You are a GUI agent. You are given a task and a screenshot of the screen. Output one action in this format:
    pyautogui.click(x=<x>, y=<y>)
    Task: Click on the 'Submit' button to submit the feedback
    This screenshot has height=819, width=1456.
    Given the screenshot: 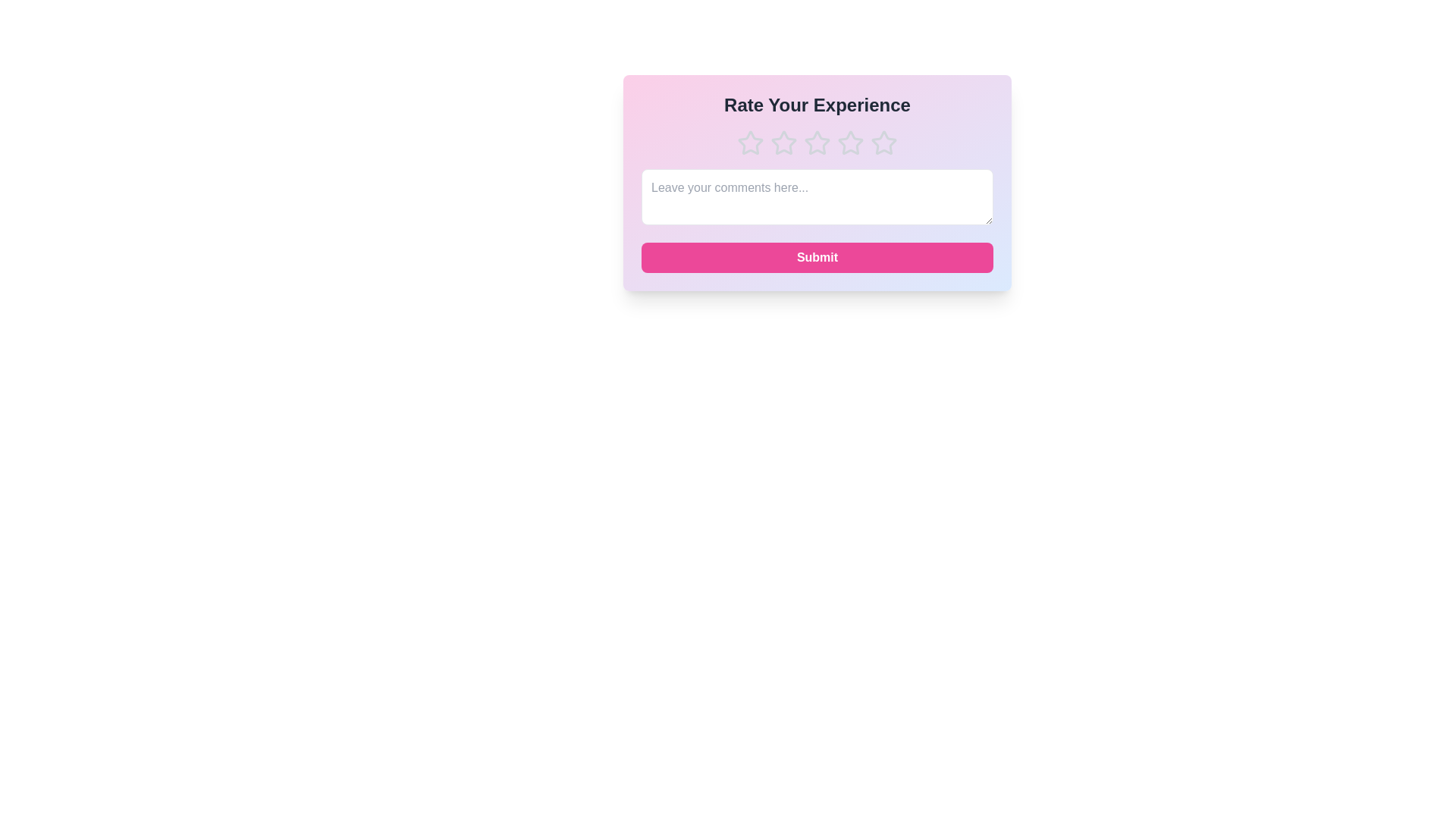 What is the action you would take?
    pyautogui.click(x=817, y=256)
    